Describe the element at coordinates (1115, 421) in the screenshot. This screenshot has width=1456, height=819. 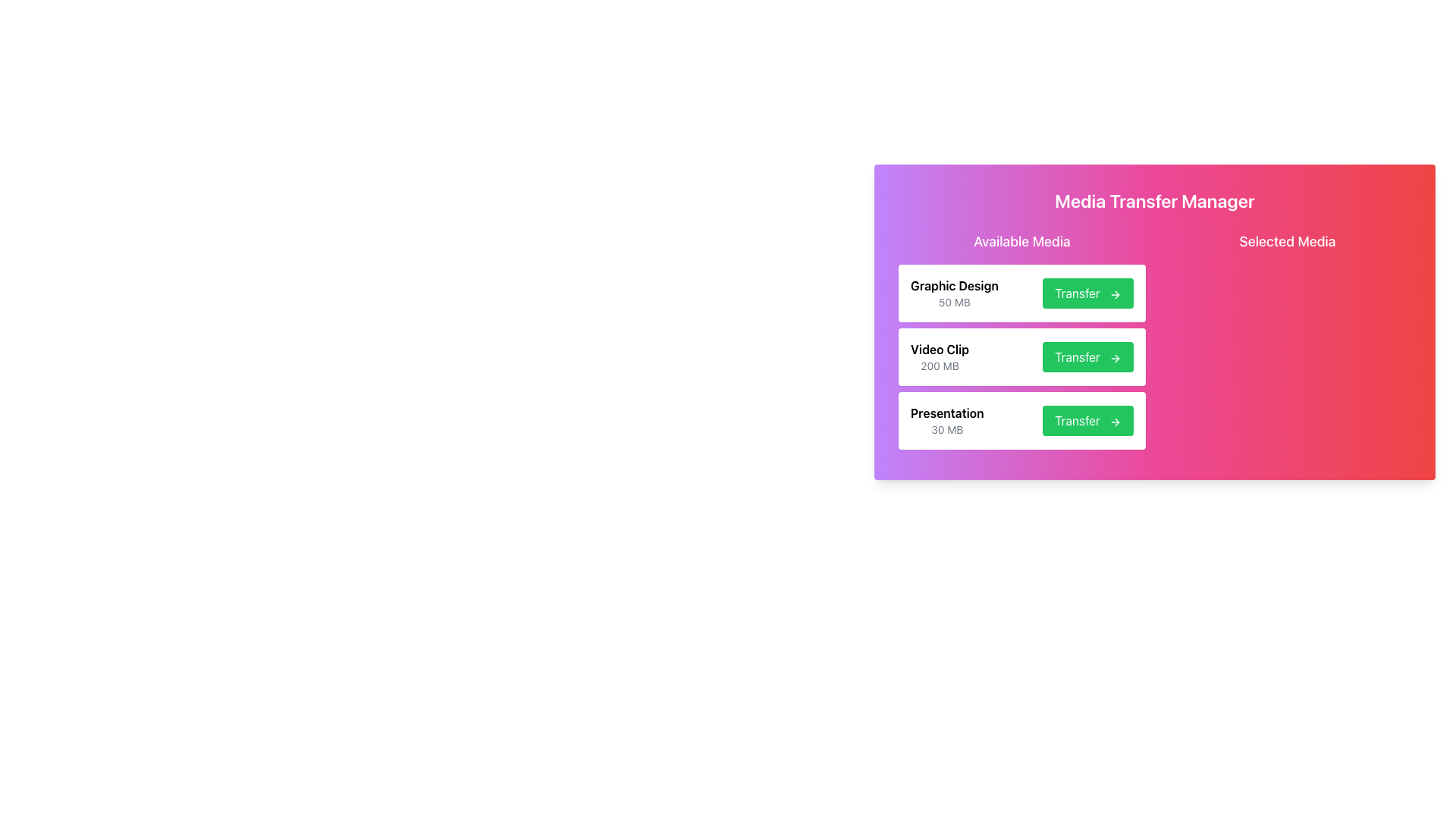
I see `the right arrow icon within the green 'Transfer' button, which is located in the third row of a vertical list of buttons associated with the 'Presentation' item` at that location.